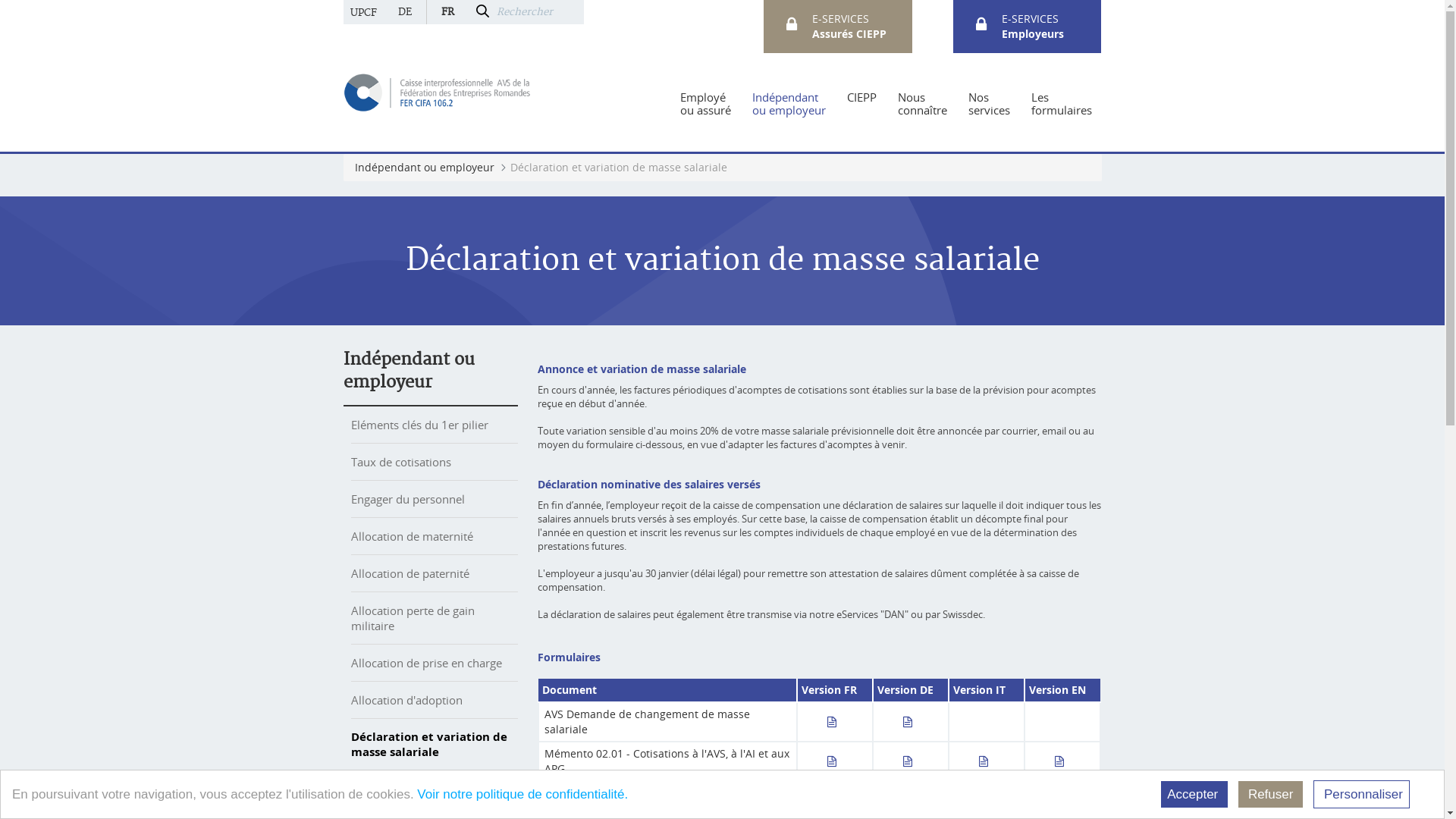 This screenshot has height=819, width=1456. I want to click on 'Refuser', so click(1270, 793).